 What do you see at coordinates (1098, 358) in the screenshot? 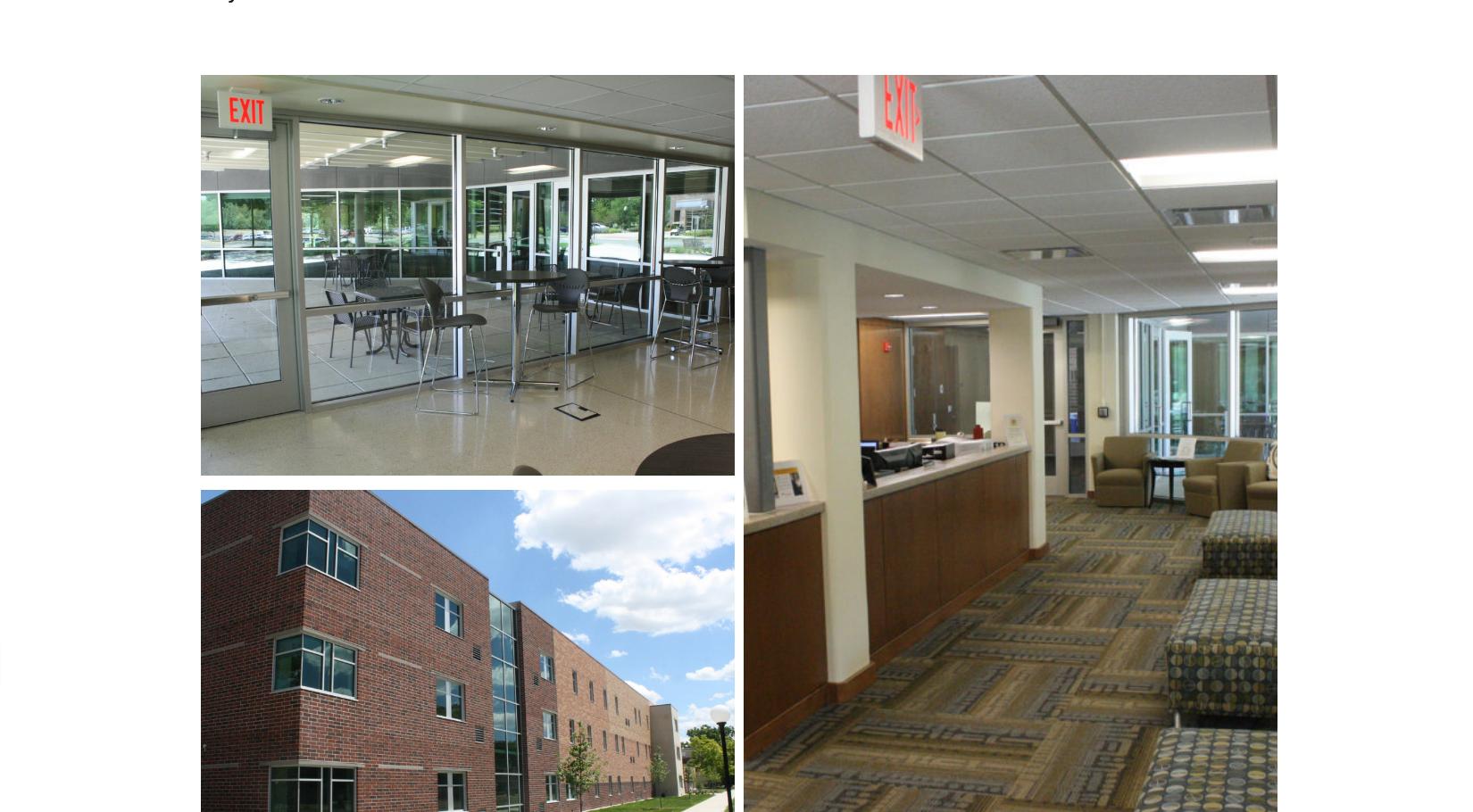
I see `'Contact Us'` at bounding box center [1098, 358].